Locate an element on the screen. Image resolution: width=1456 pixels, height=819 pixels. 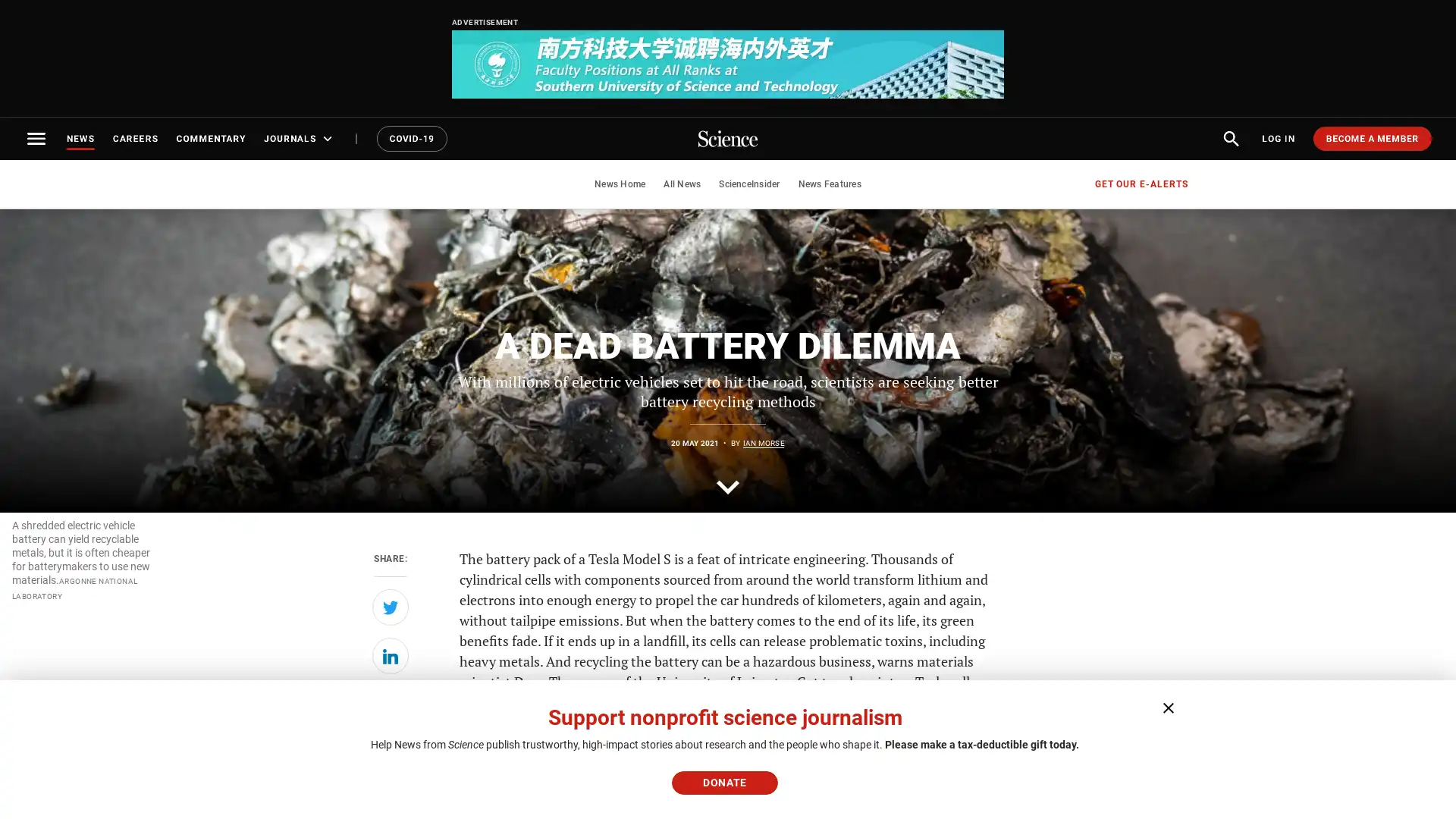
Toggle navigation is located at coordinates (36, 138).